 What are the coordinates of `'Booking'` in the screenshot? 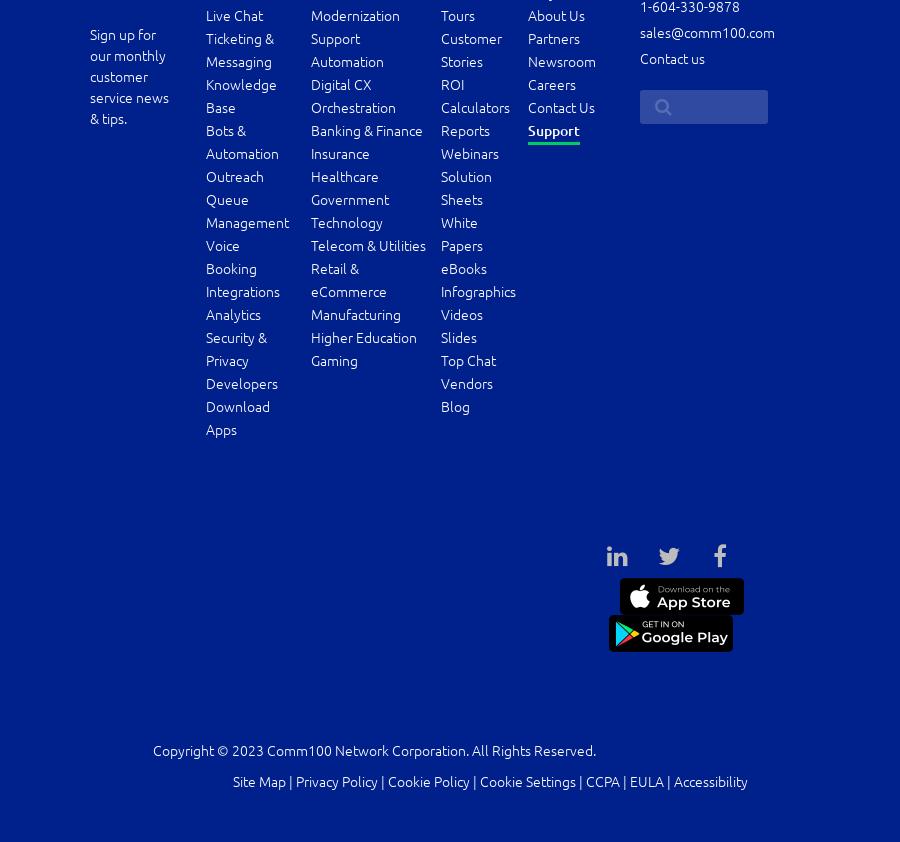 It's located at (229, 268).